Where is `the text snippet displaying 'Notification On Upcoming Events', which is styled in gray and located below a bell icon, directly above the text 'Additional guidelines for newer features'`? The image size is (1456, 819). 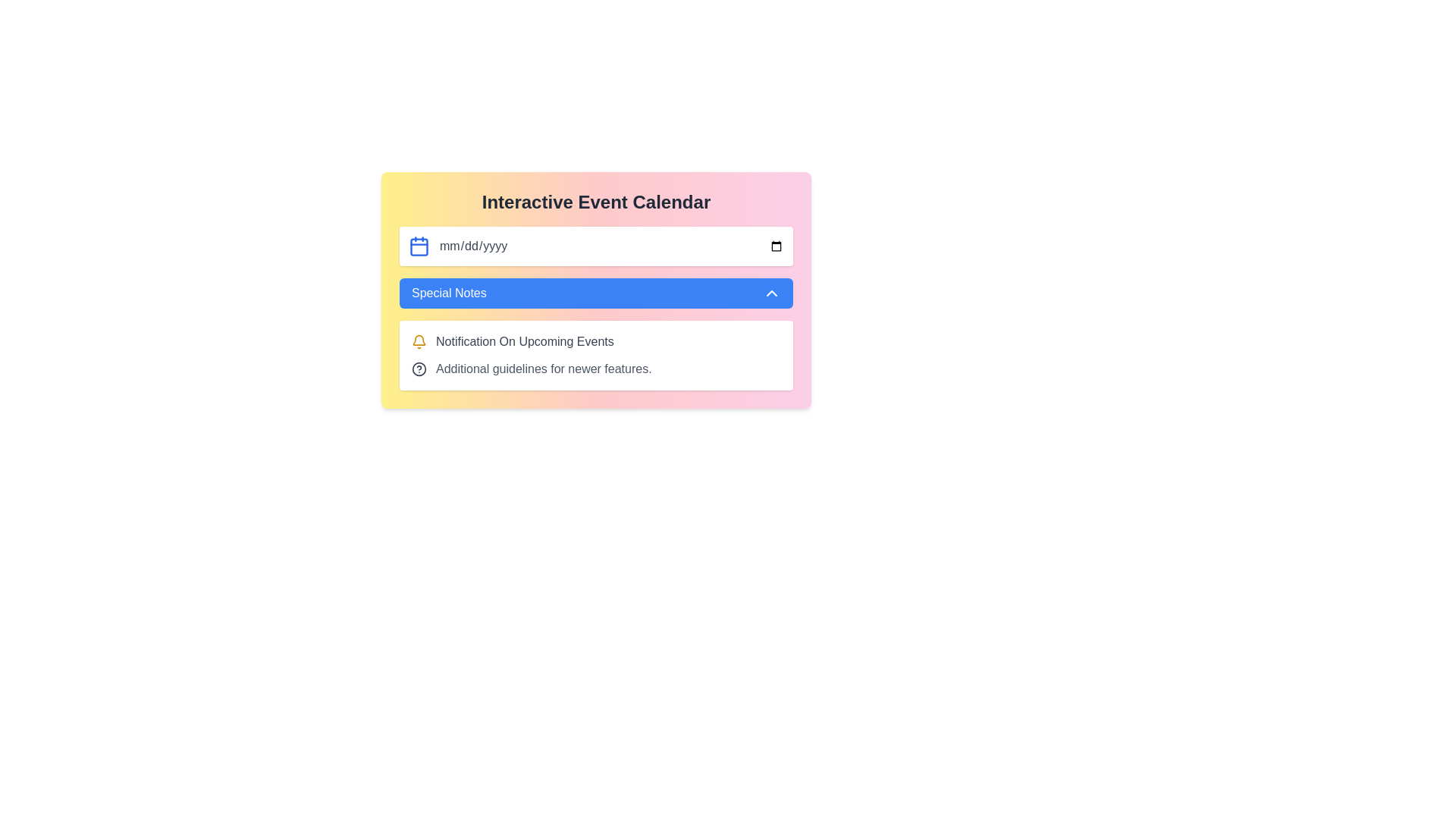 the text snippet displaying 'Notification On Upcoming Events', which is styled in gray and located below a bell icon, directly above the text 'Additional guidelines for newer features' is located at coordinates (525, 342).